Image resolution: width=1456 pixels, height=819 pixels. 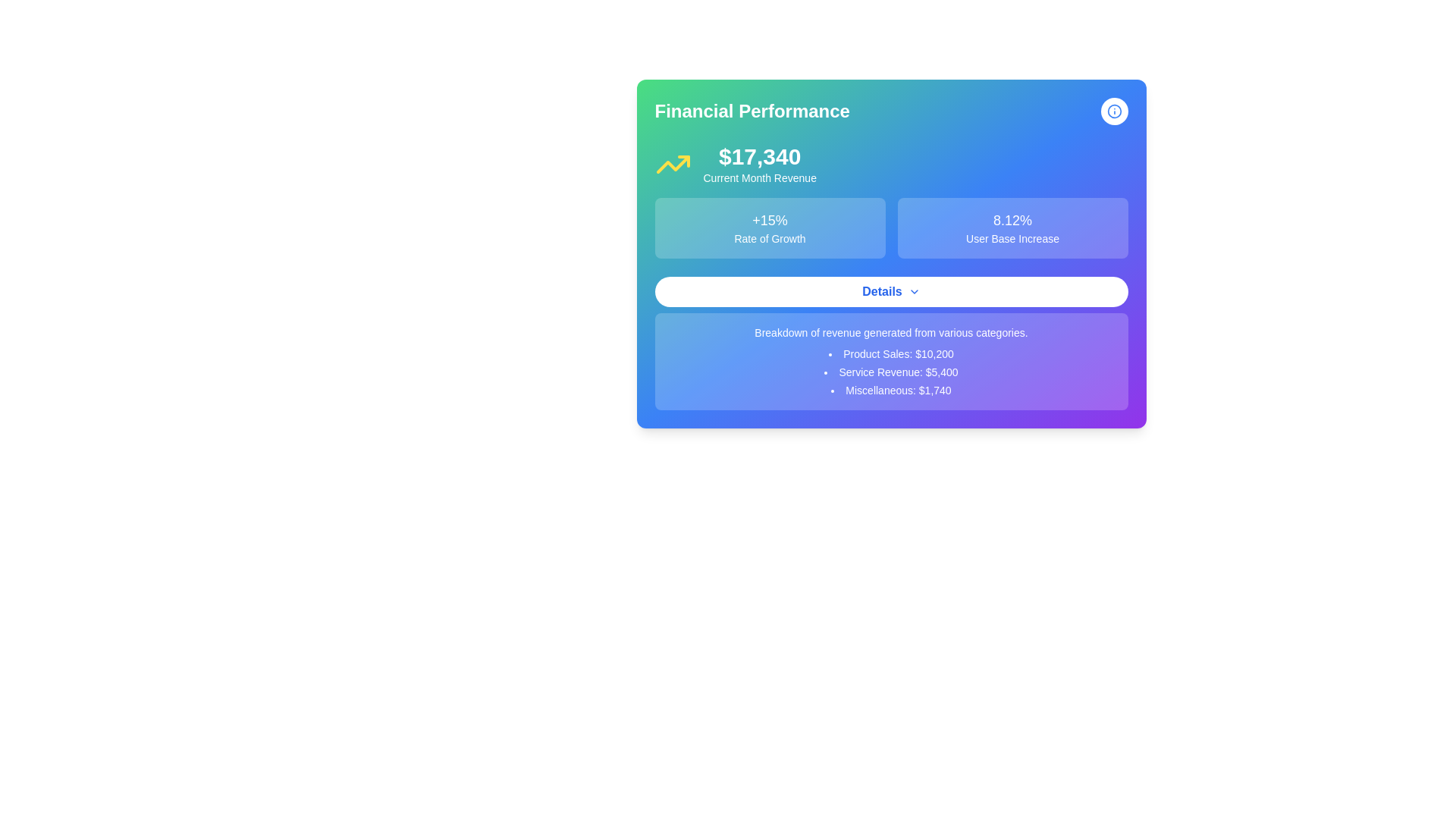 I want to click on contents of the Data Display Panel titled 'Financial Performance' that features a gradient background and displays the current month's revenue, so click(x=891, y=253).